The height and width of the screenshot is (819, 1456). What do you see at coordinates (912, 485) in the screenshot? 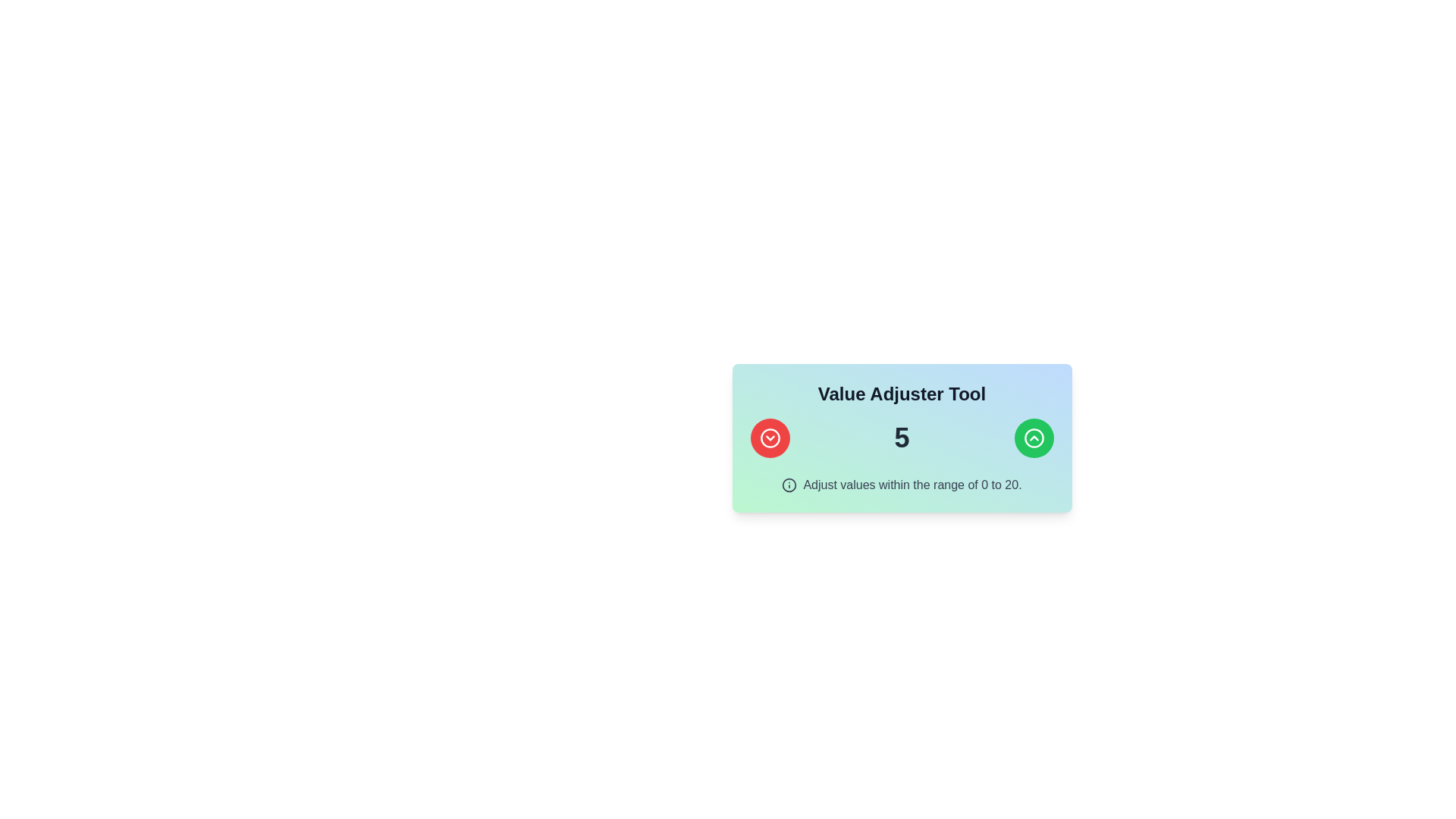
I see `the centrally located text element that provides a description for the associated value adjuster, positioned below the main value display in the card` at bounding box center [912, 485].